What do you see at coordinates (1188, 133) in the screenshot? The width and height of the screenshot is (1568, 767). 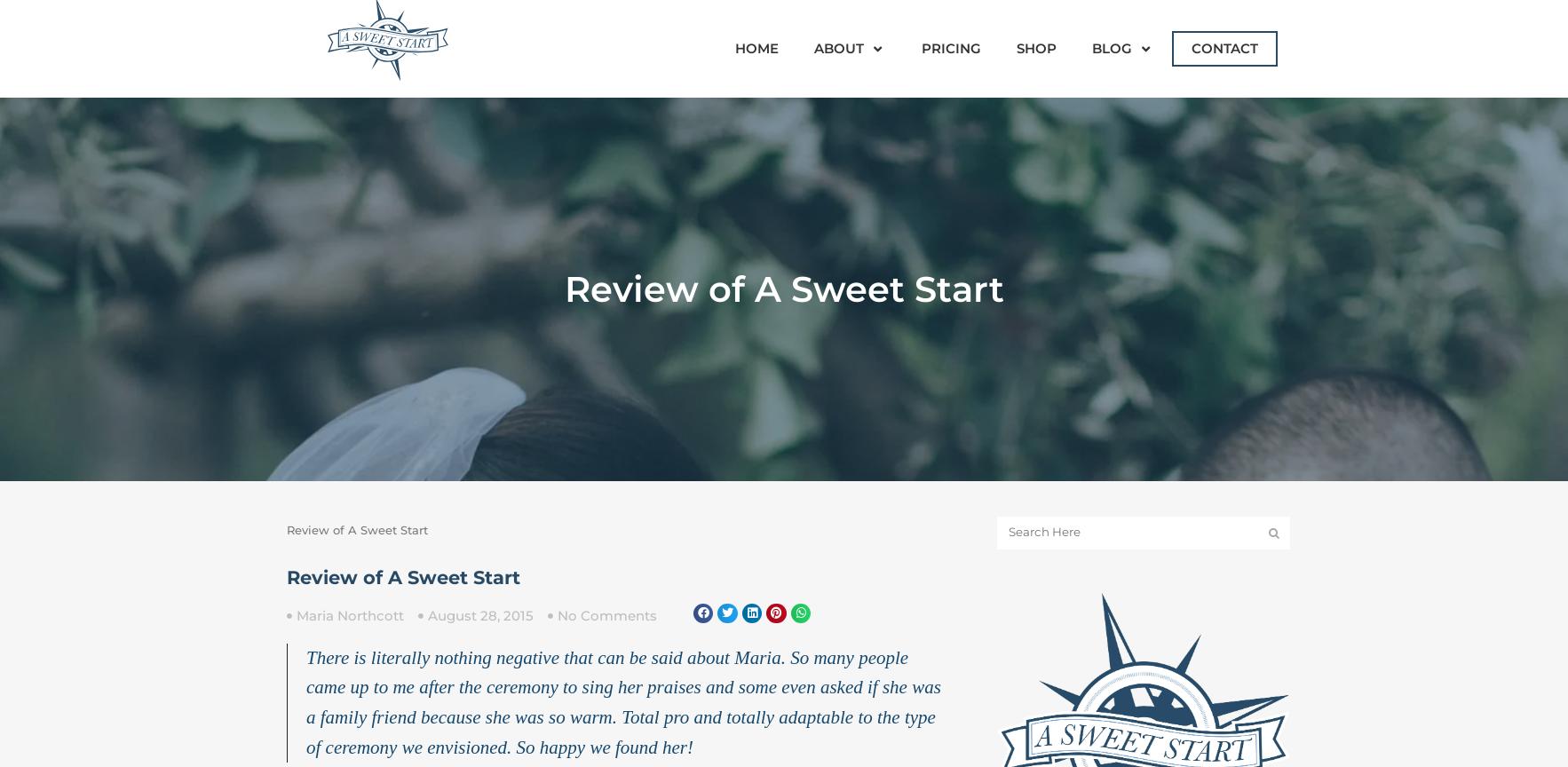 I see `'Maine Wedding Vendors'` at bounding box center [1188, 133].